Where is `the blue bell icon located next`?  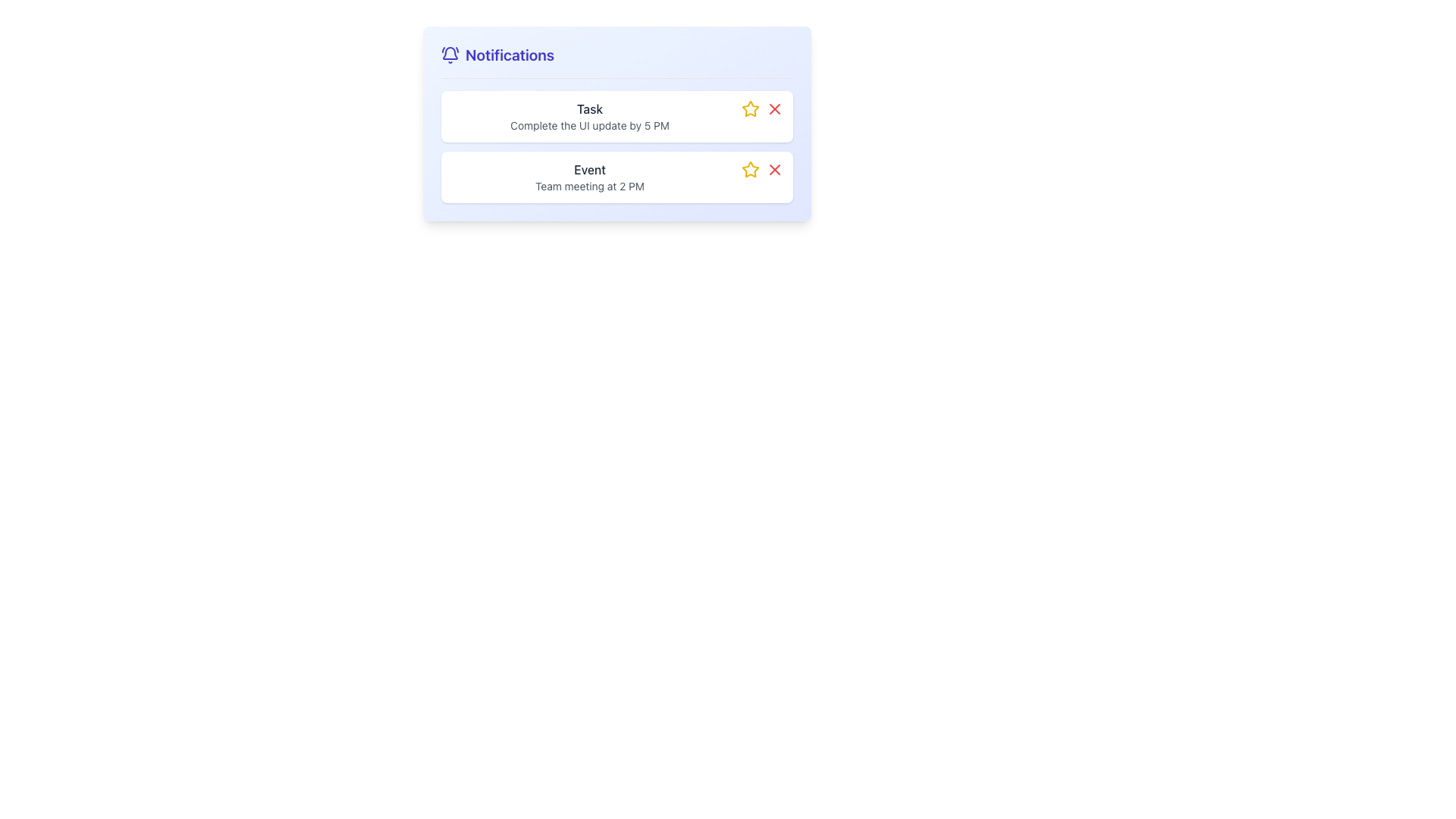 the blue bell icon located next is located at coordinates (450, 55).